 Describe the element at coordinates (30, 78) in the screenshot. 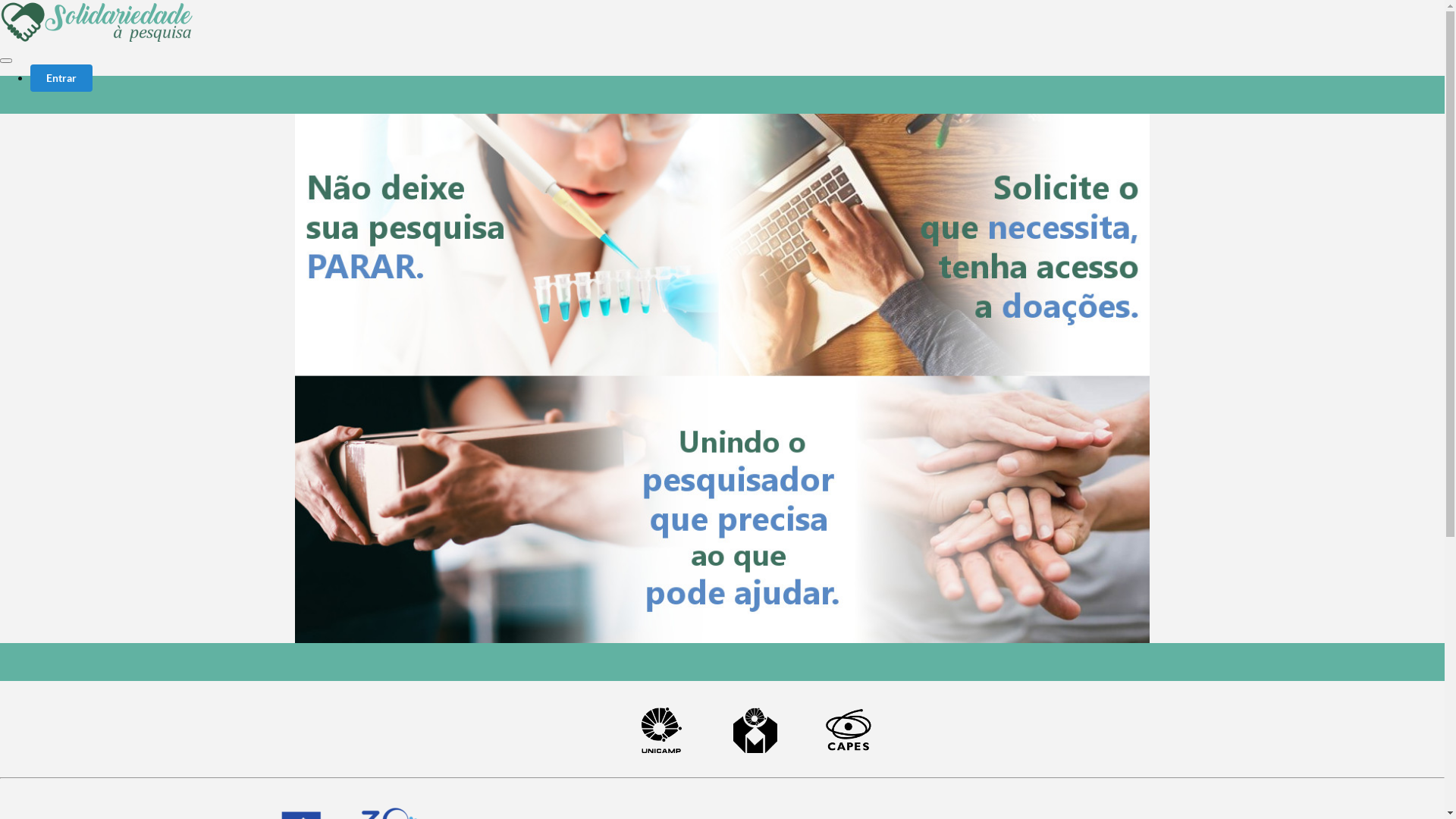

I see `'Entrar'` at that location.